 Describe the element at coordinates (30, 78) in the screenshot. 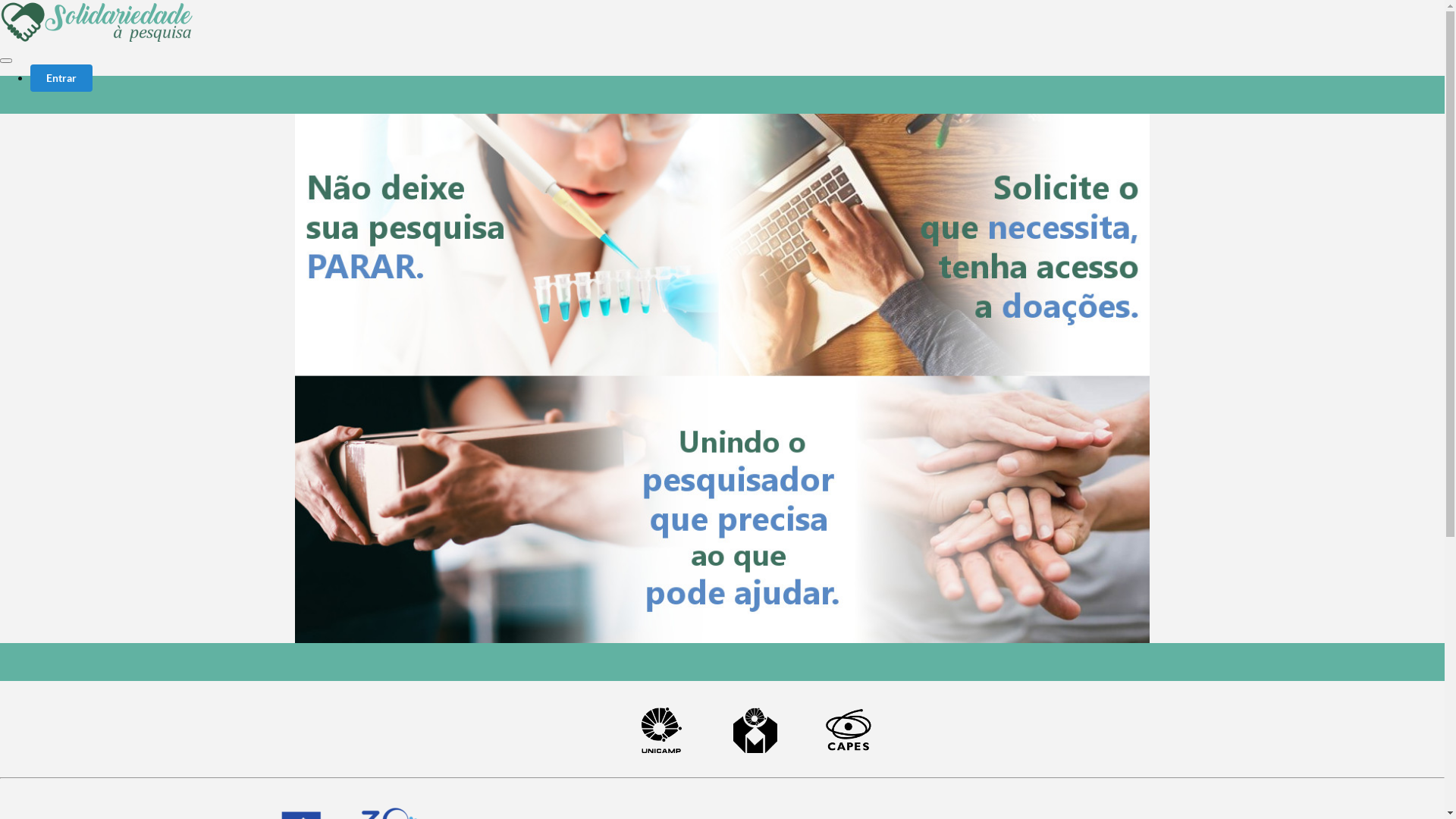

I see `'Entrar'` at that location.